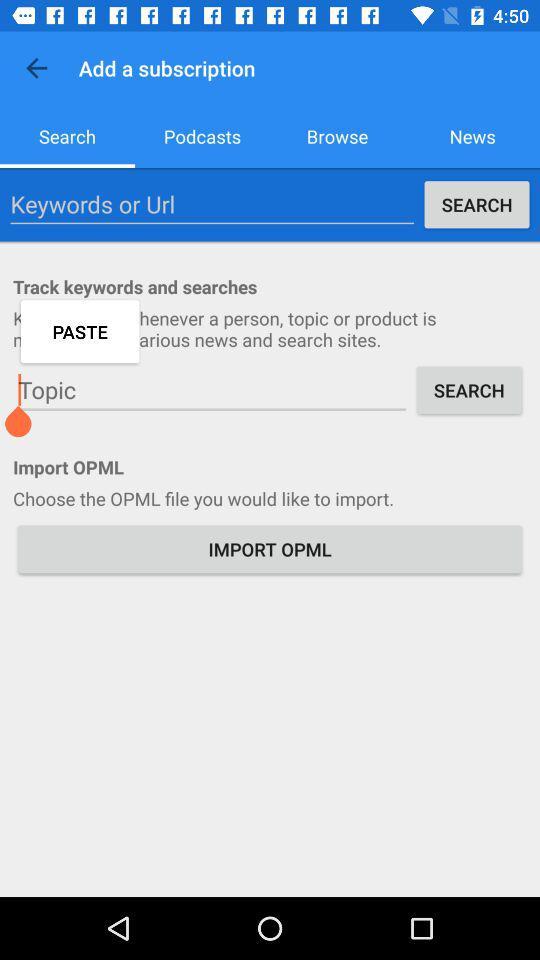  Describe the element at coordinates (202, 135) in the screenshot. I see `podcasts item` at that location.